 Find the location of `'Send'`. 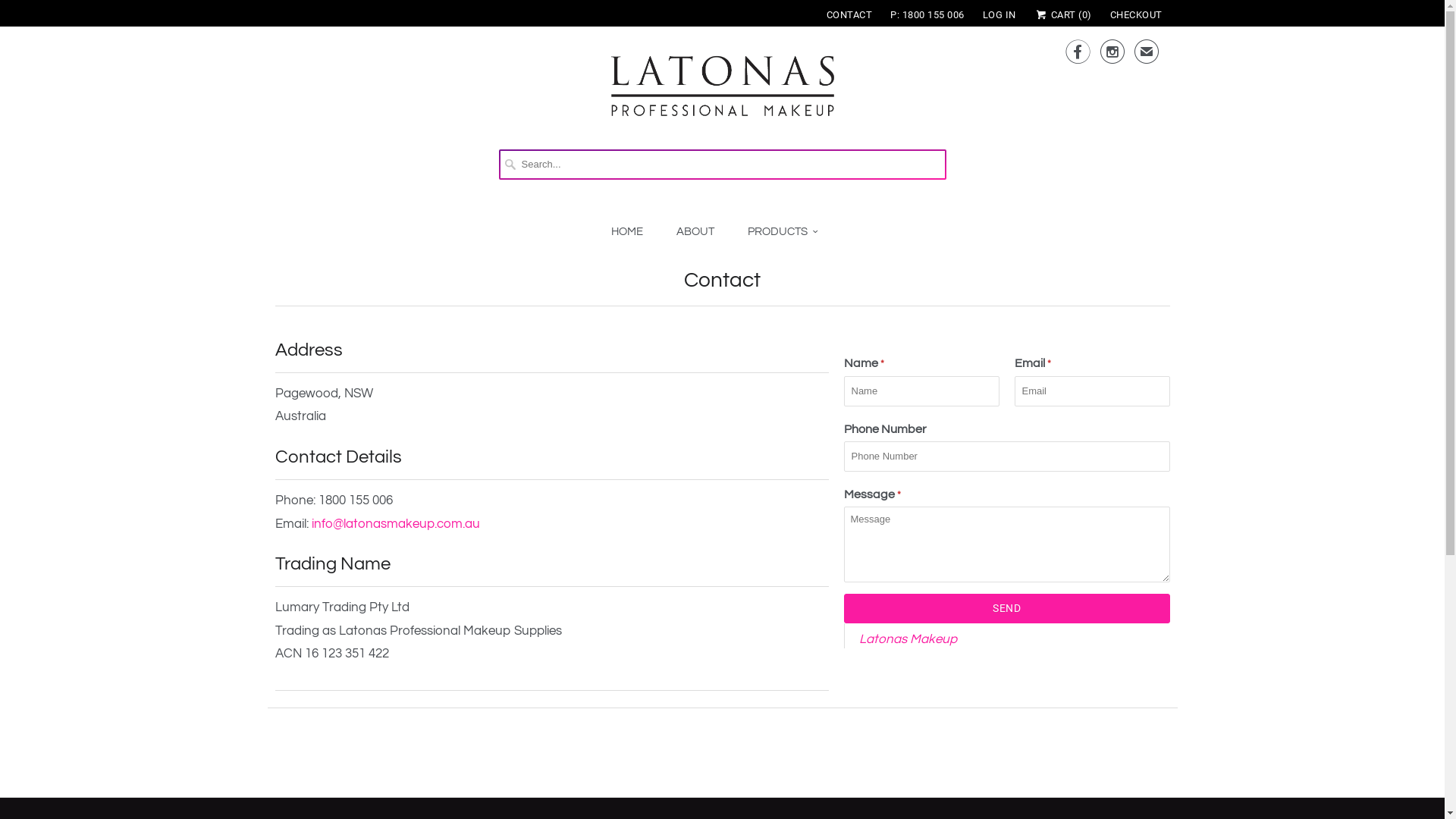

'Send' is located at coordinates (843, 607).